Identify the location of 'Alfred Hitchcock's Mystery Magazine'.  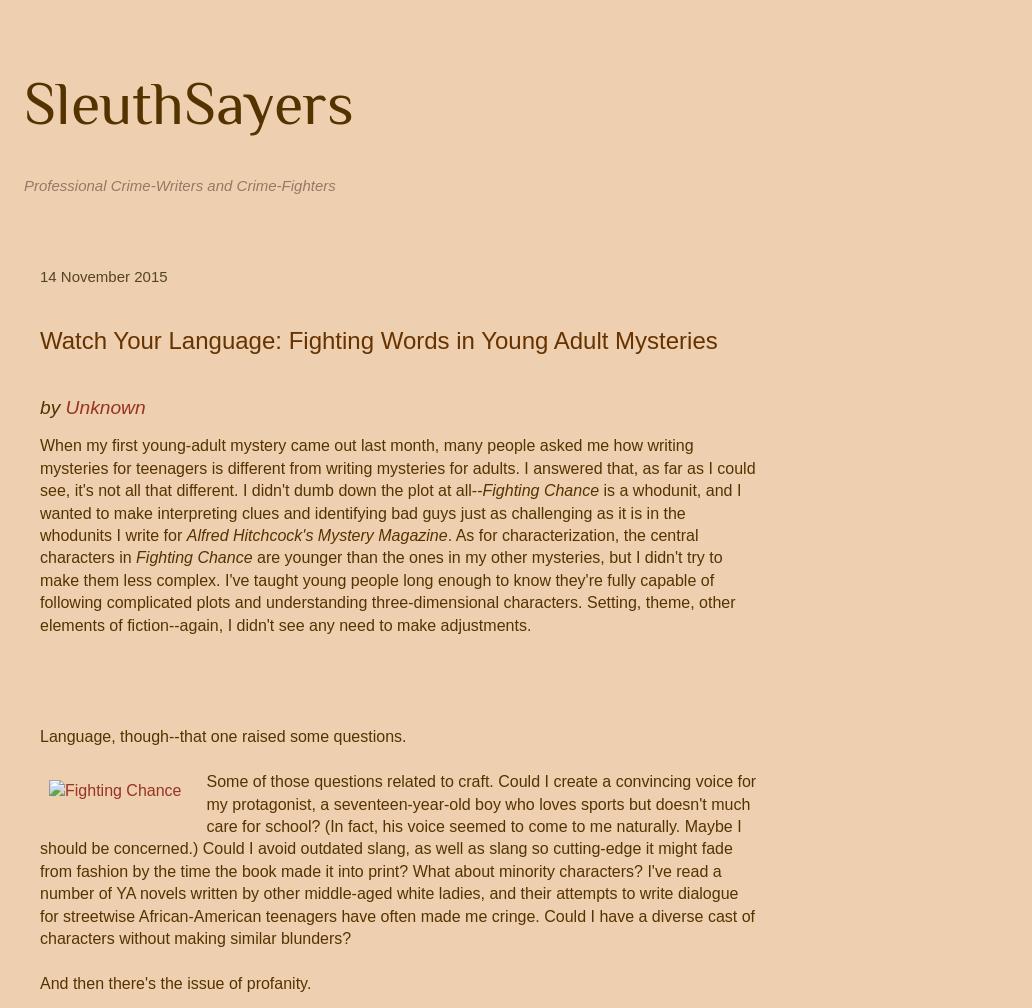
(184, 534).